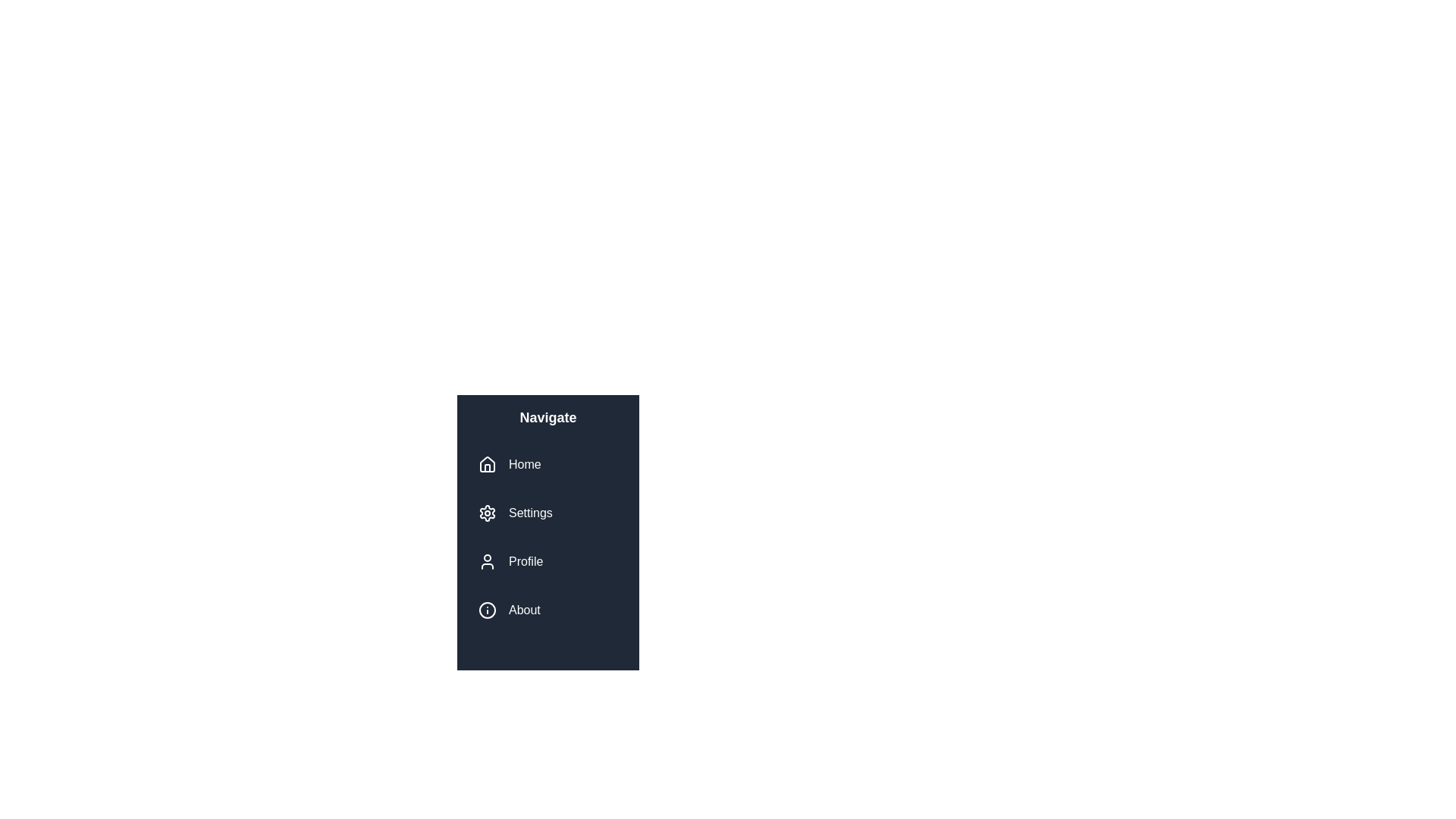  Describe the element at coordinates (488, 610) in the screenshot. I see `the central circular SVG element of the 'About' menu item icon located at the bottom of the navigation menu` at that location.